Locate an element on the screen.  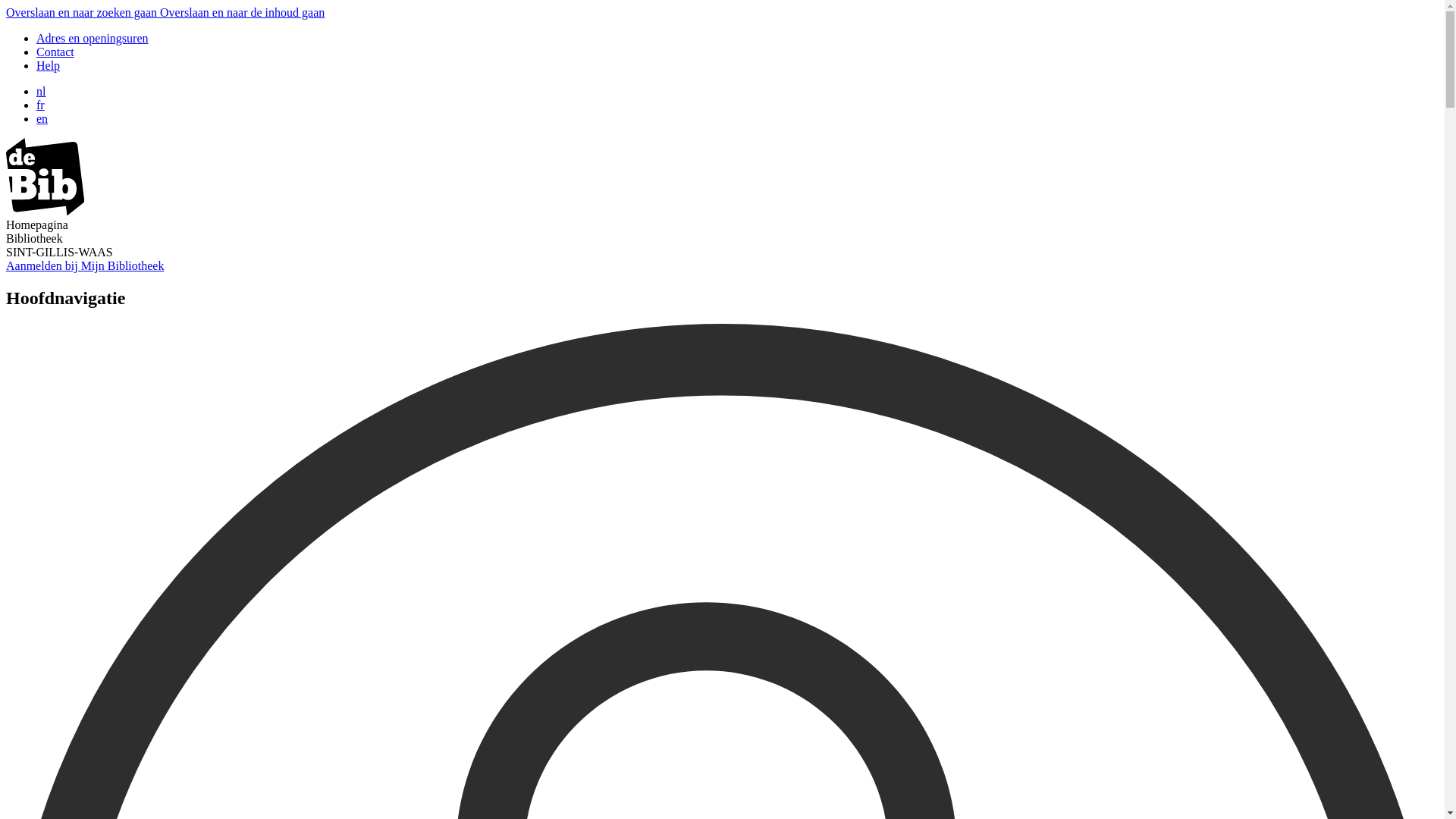
'Overslaan en naar de inhoud gaan' is located at coordinates (241, 12).